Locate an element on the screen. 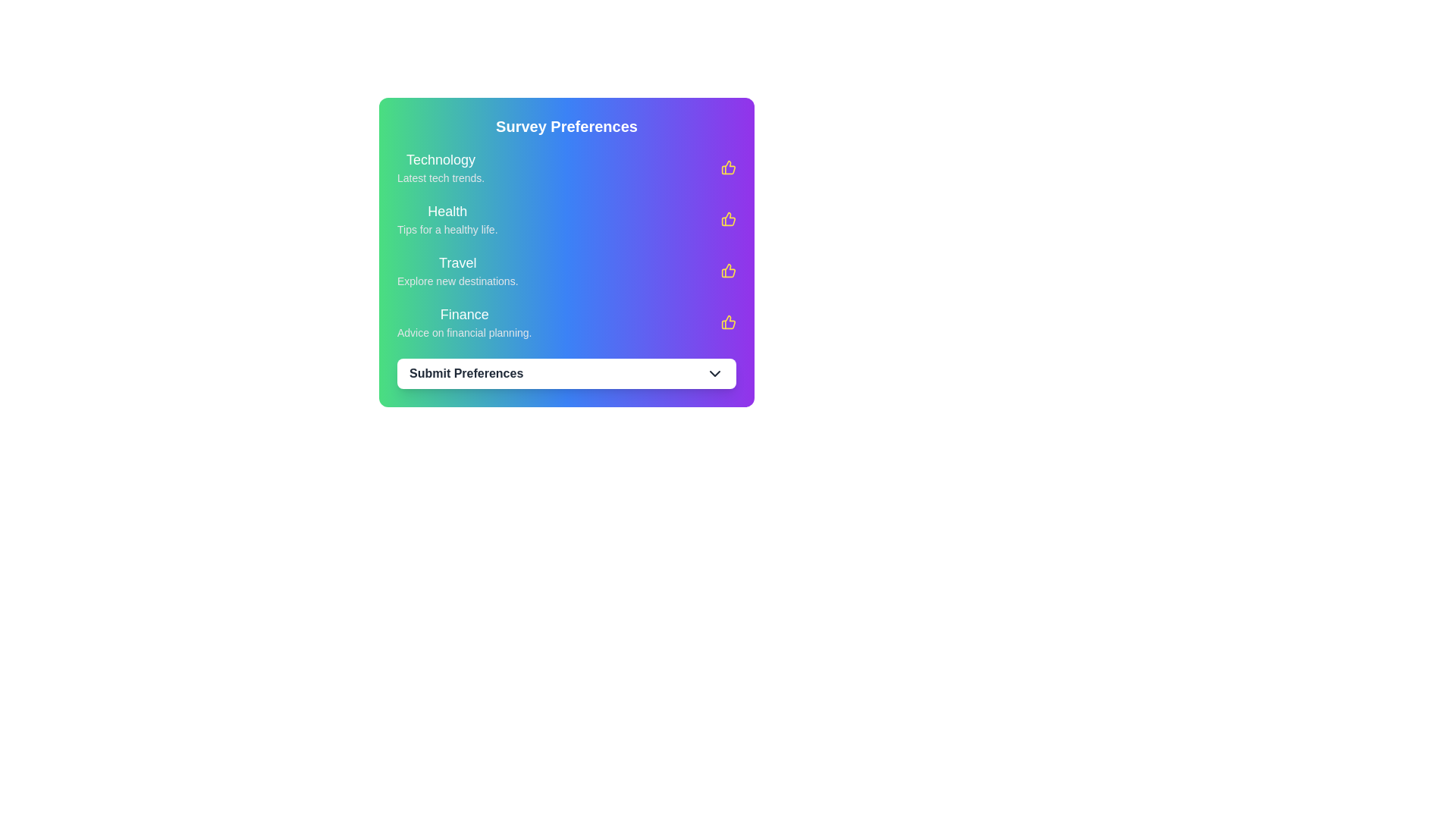 This screenshot has height=819, width=1456. the Header text element that serves as the title for the survey preferences selection interface, located at the top of the survey section is located at coordinates (566, 125).